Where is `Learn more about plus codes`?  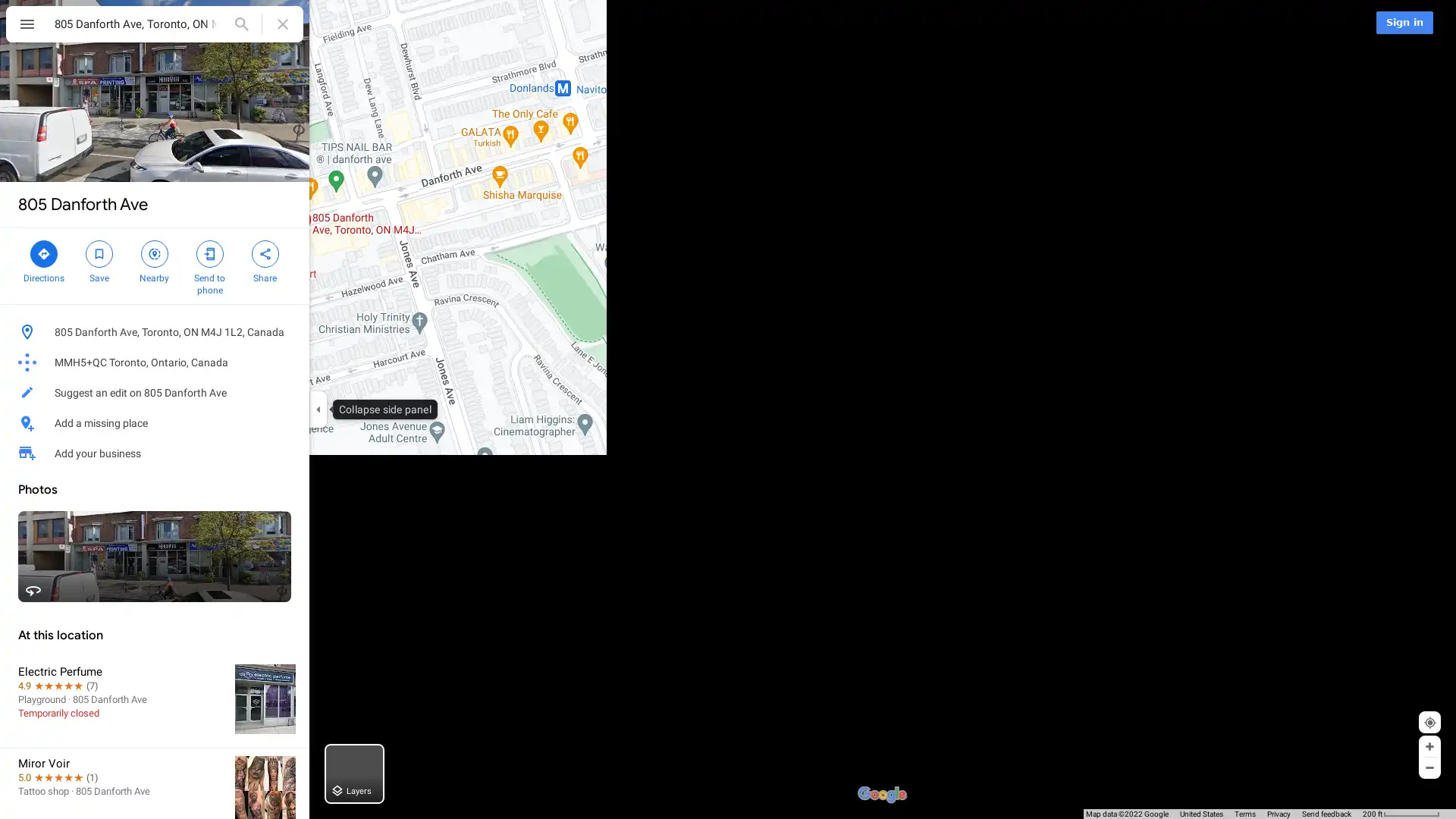 Learn more about plus codes is located at coordinates (290, 362).